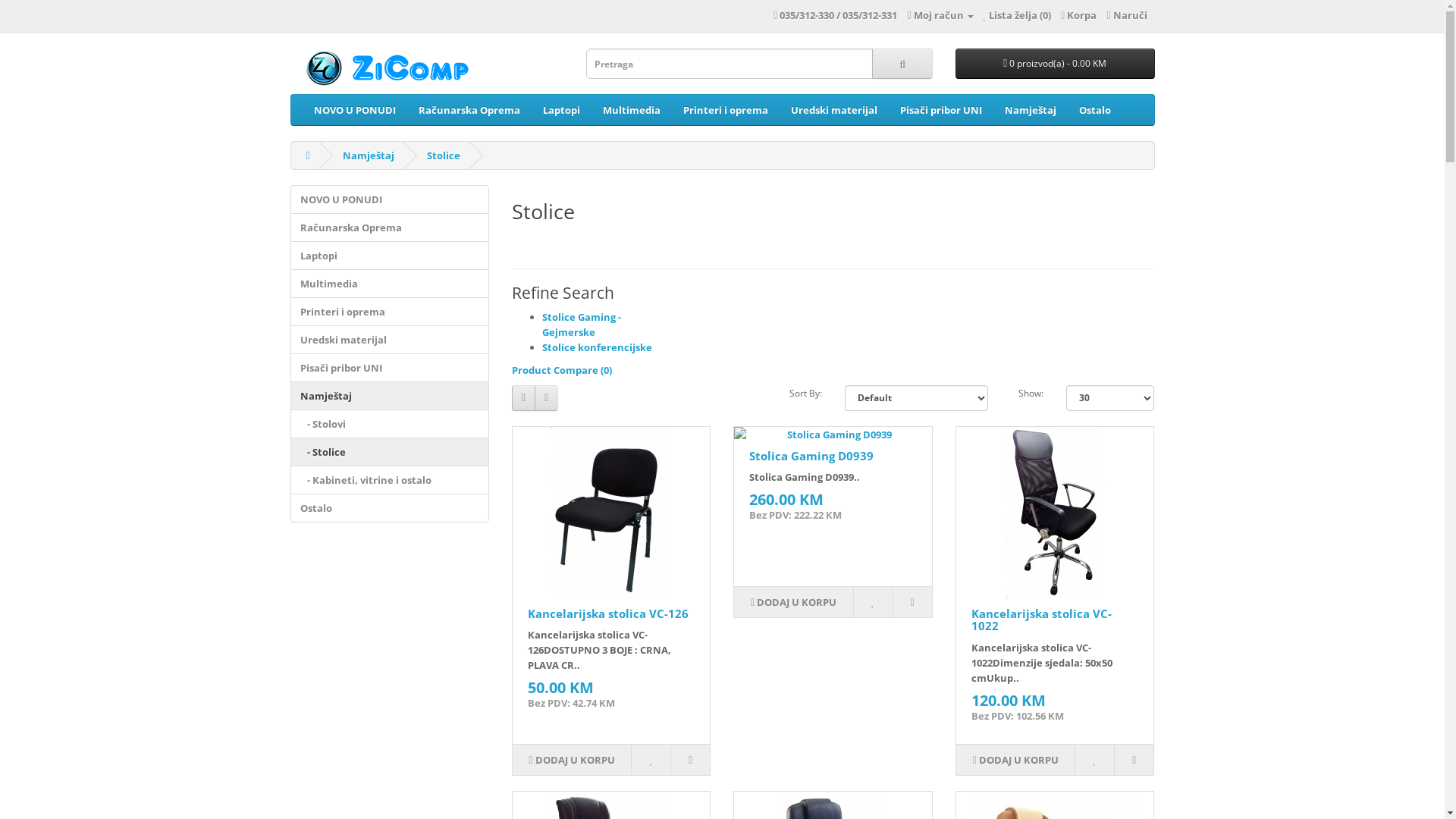  What do you see at coordinates (632, 109) in the screenshot?
I see `'Multimedia'` at bounding box center [632, 109].